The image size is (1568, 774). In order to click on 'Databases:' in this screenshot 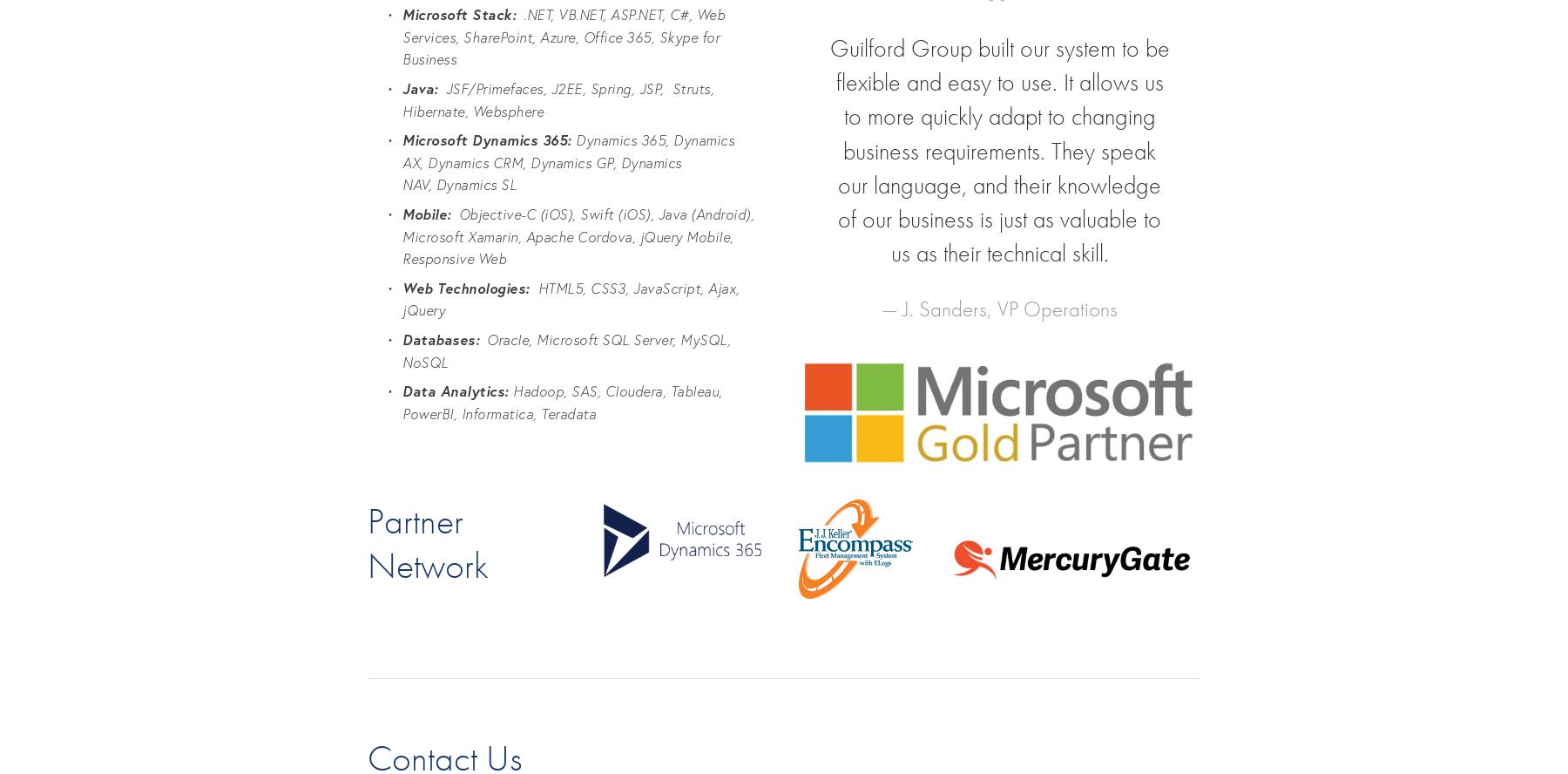, I will do `click(402, 338)`.